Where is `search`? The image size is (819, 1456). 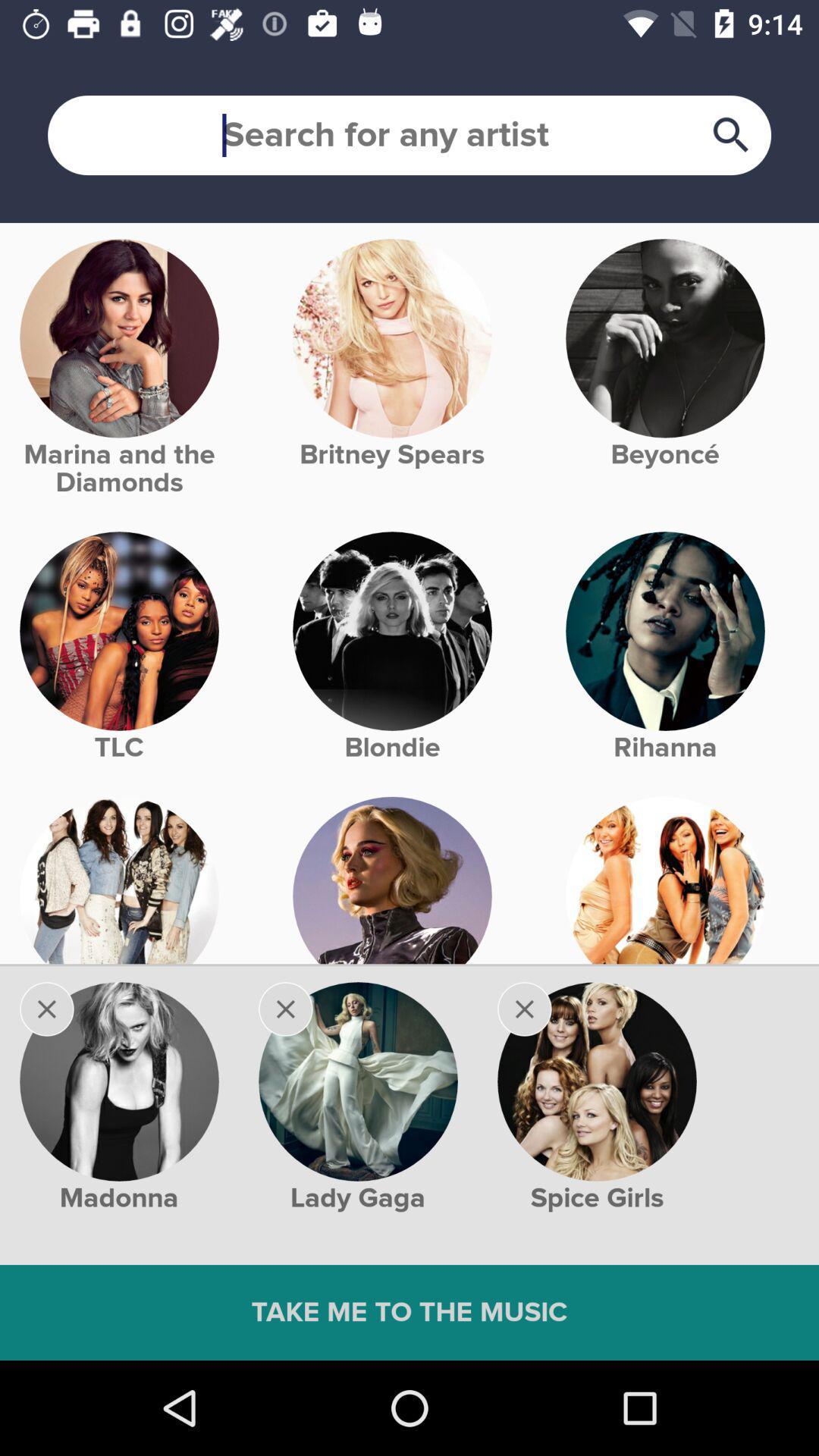
search is located at coordinates (409, 135).